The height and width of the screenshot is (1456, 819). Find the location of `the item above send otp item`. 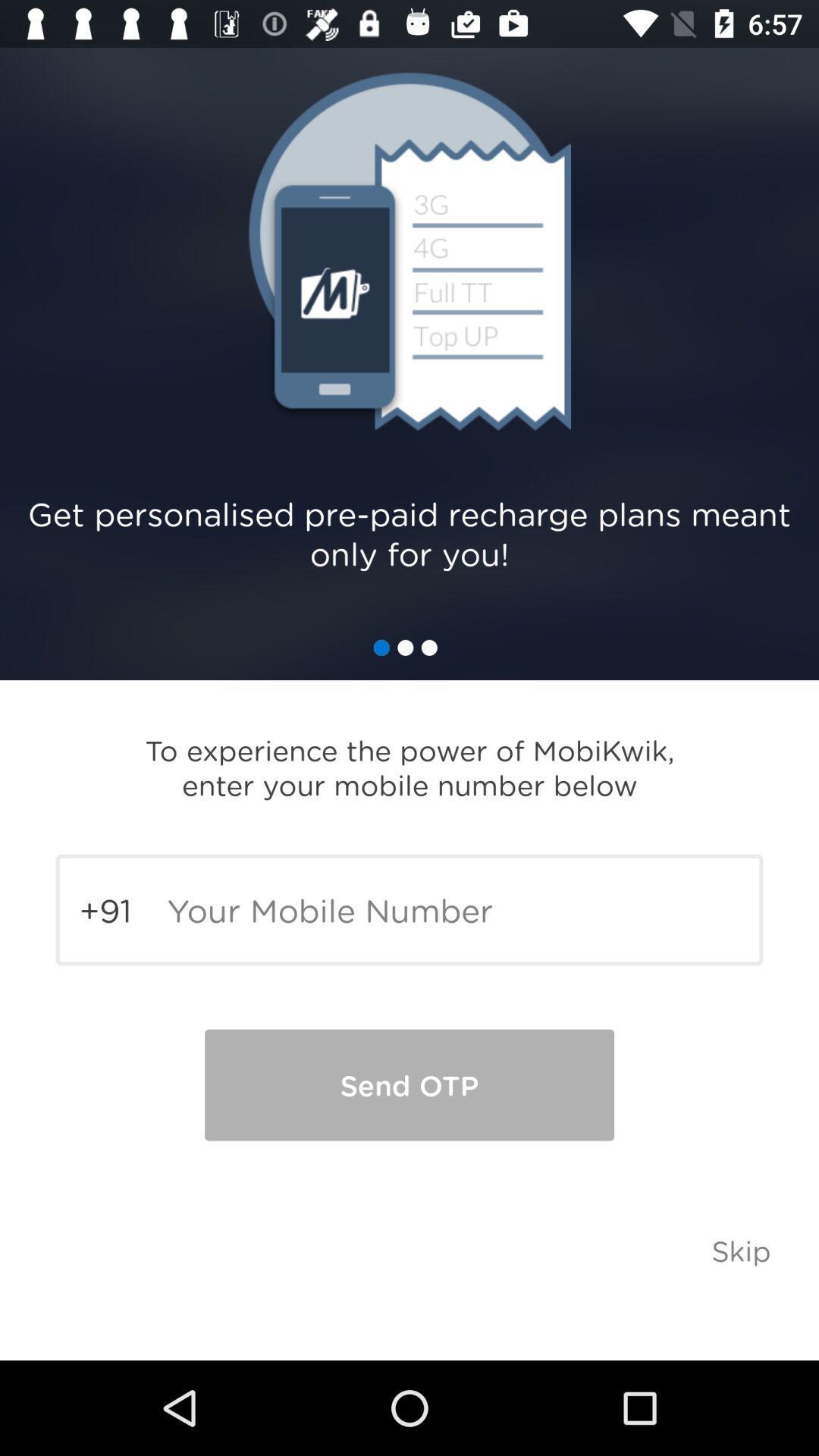

the item above send otp item is located at coordinates (409, 910).